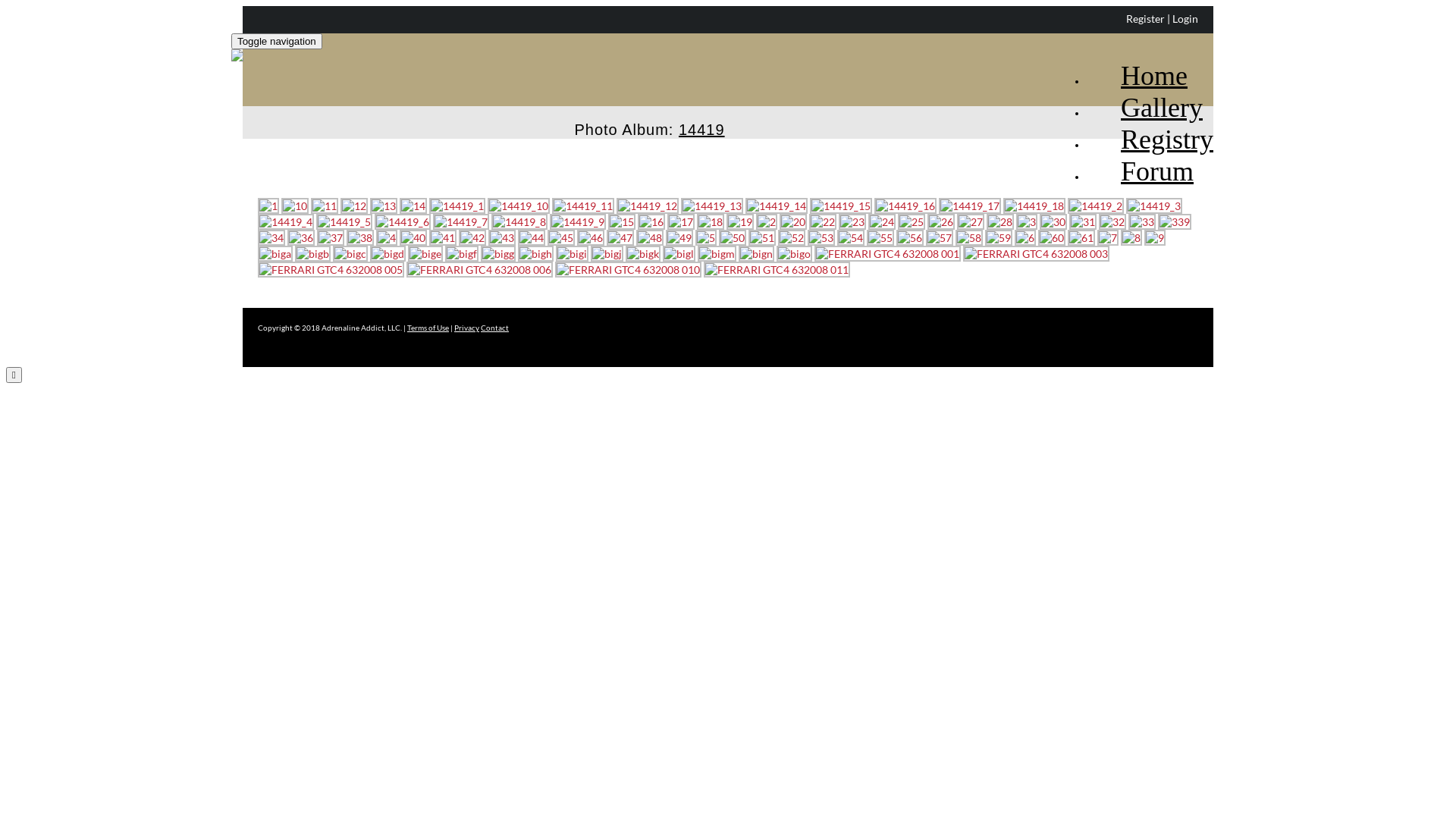 The width and height of the screenshot is (1456, 819). Describe the element at coordinates (571, 253) in the screenshot. I see `'bigi (click to enlarge)'` at that location.